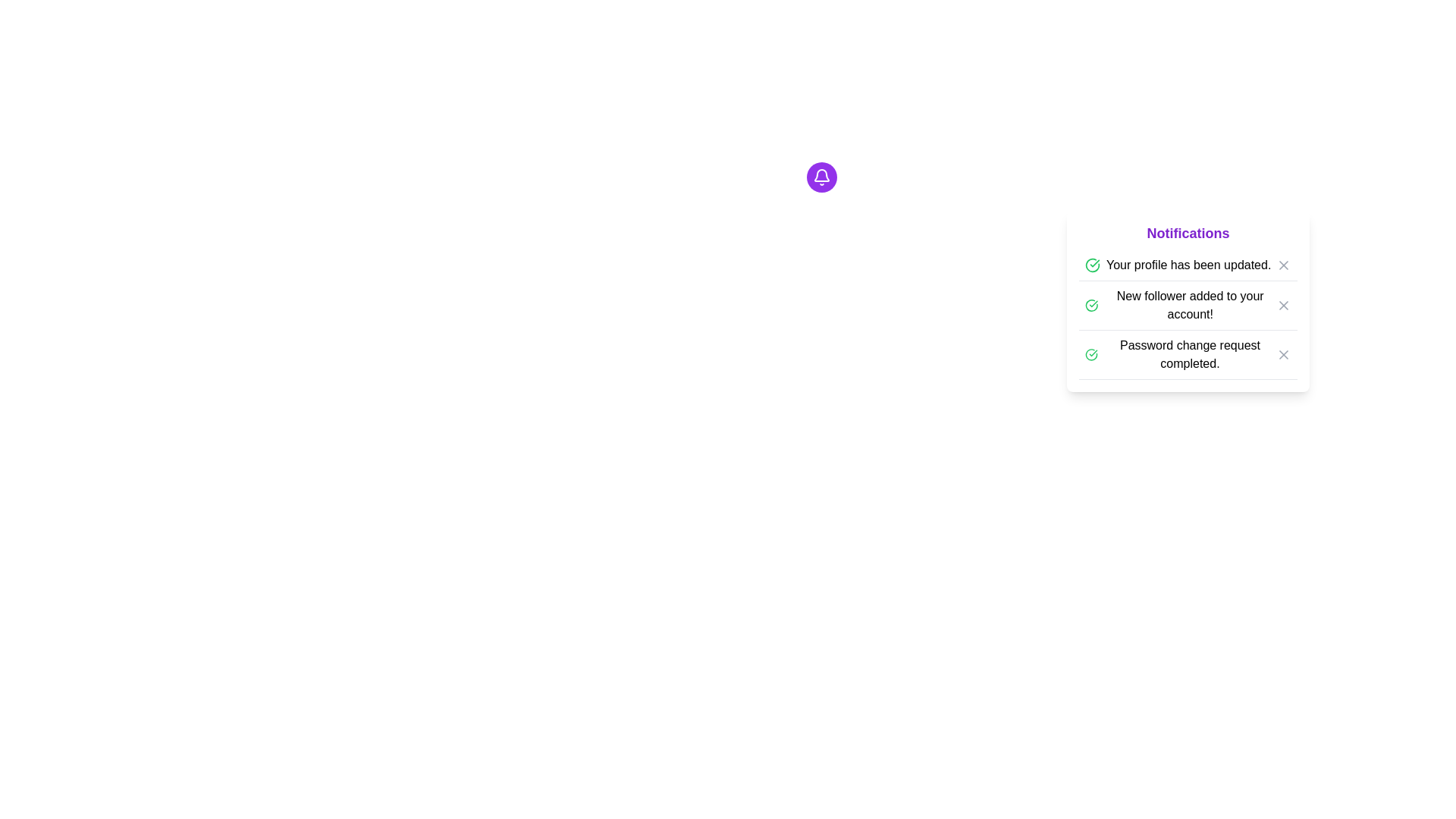 This screenshot has height=819, width=1456. What do you see at coordinates (1187, 265) in the screenshot?
I see `the Notification entry displaying 'Your profile has been updated.'` at bounding box center [1187, 265].